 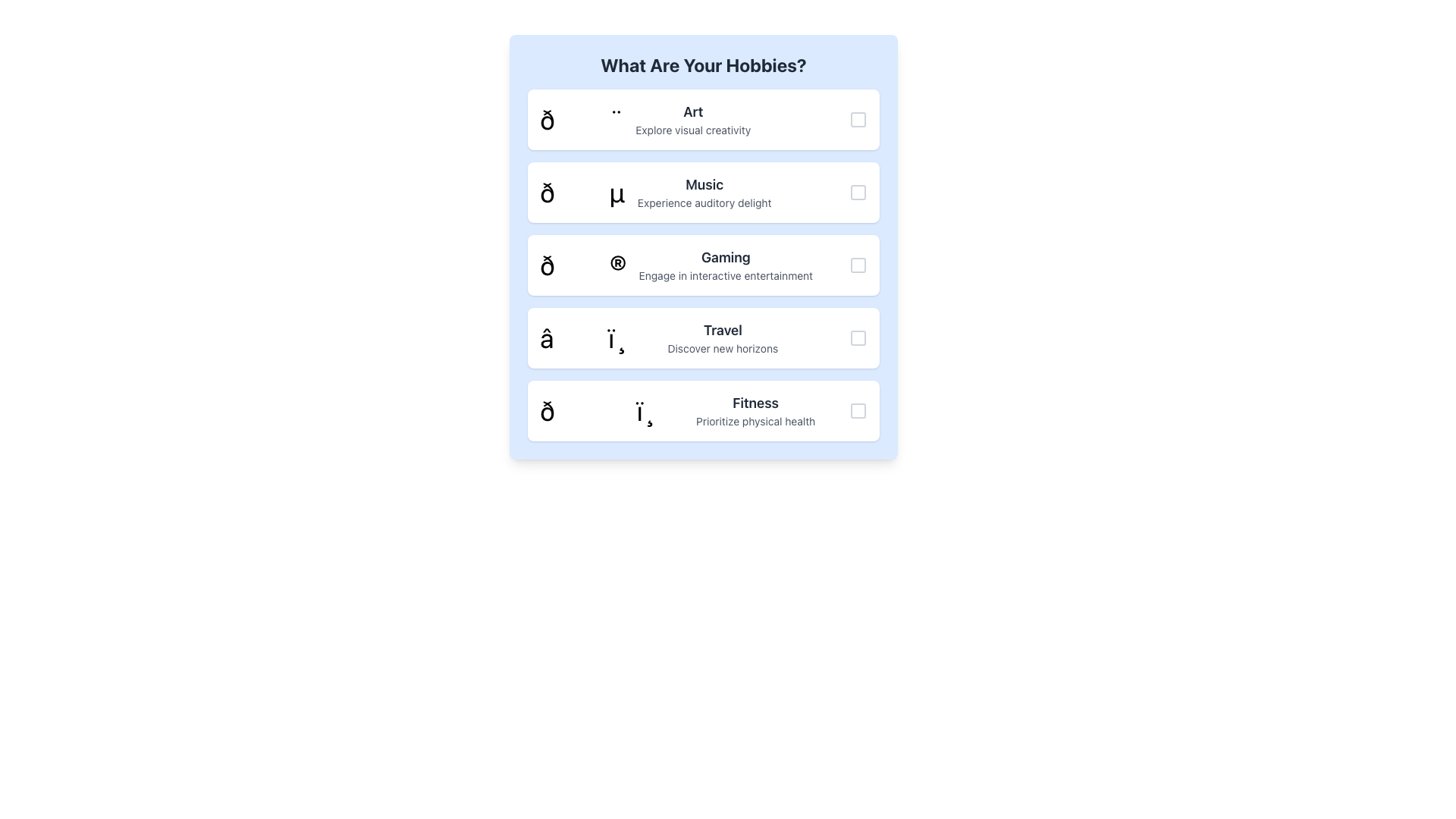 What do you see at coordinates (755, 421) in the screenshot?
I see `the informational text 'Prioritize physical health' located directly below the 'Fitness' option in the vertical list of options` at bounding box center [755, 421].